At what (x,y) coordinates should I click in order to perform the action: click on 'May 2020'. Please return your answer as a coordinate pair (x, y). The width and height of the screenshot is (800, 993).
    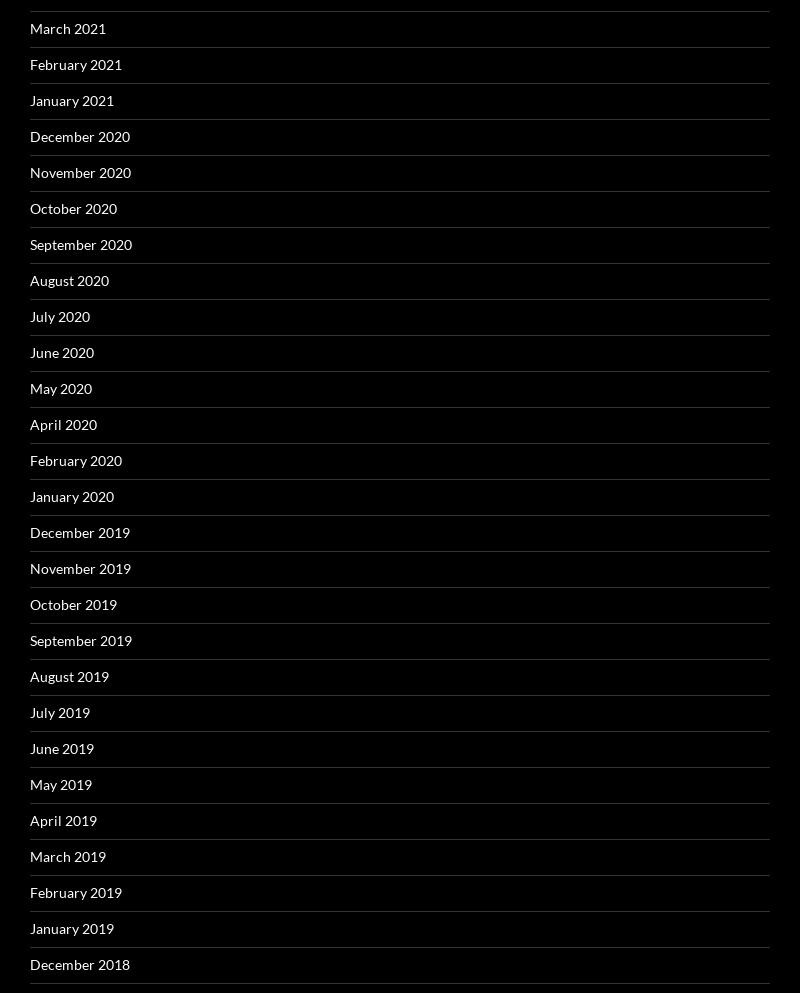
    Looking at the image, I should click on (59, 386).